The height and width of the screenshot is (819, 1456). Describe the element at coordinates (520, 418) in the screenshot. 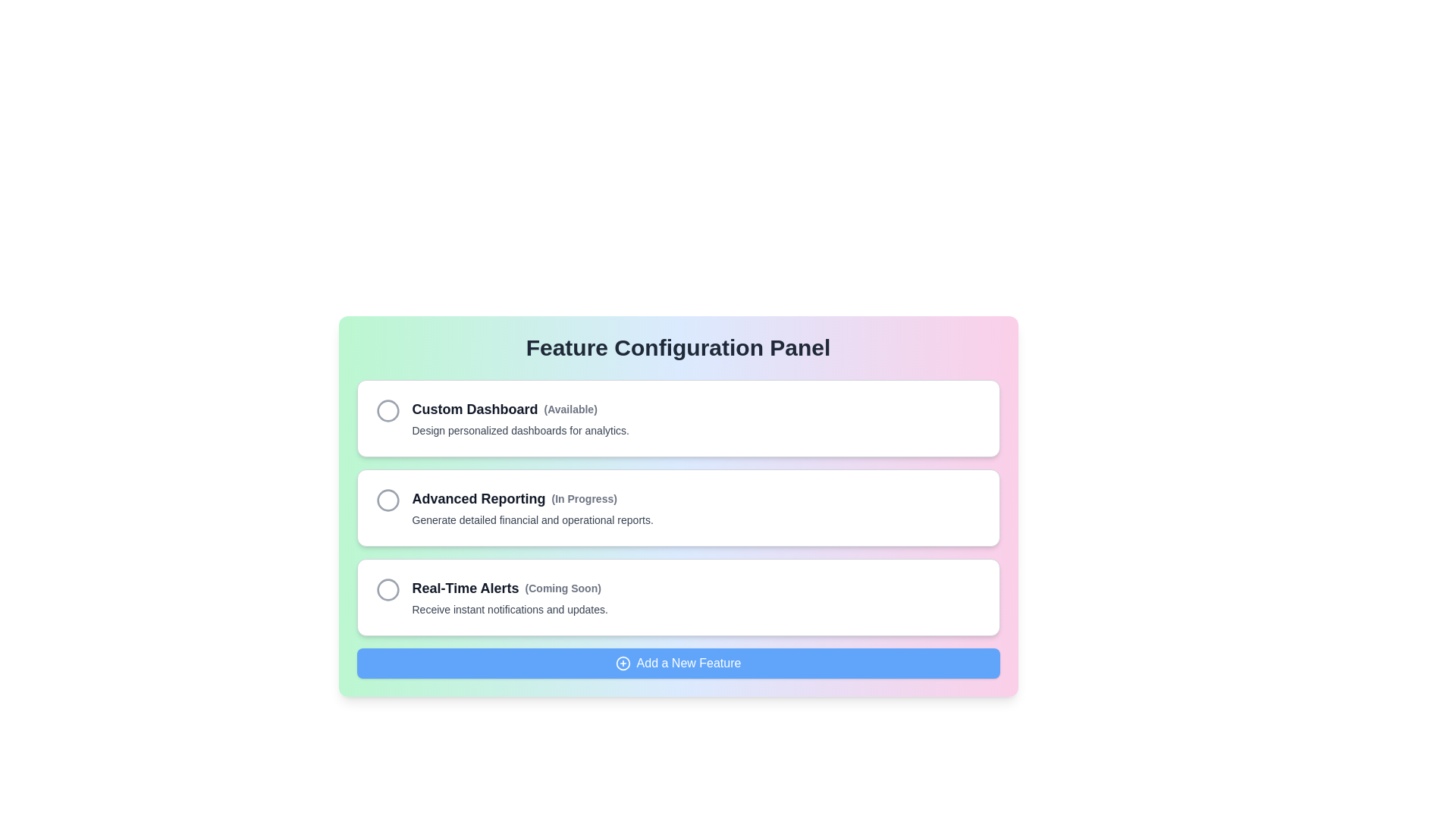

I see `the text block displaying 'Custom Dashboard (Available)' and 'Design personalized dashboards for analytics.' in the Feature Configuration Panel` at that location.